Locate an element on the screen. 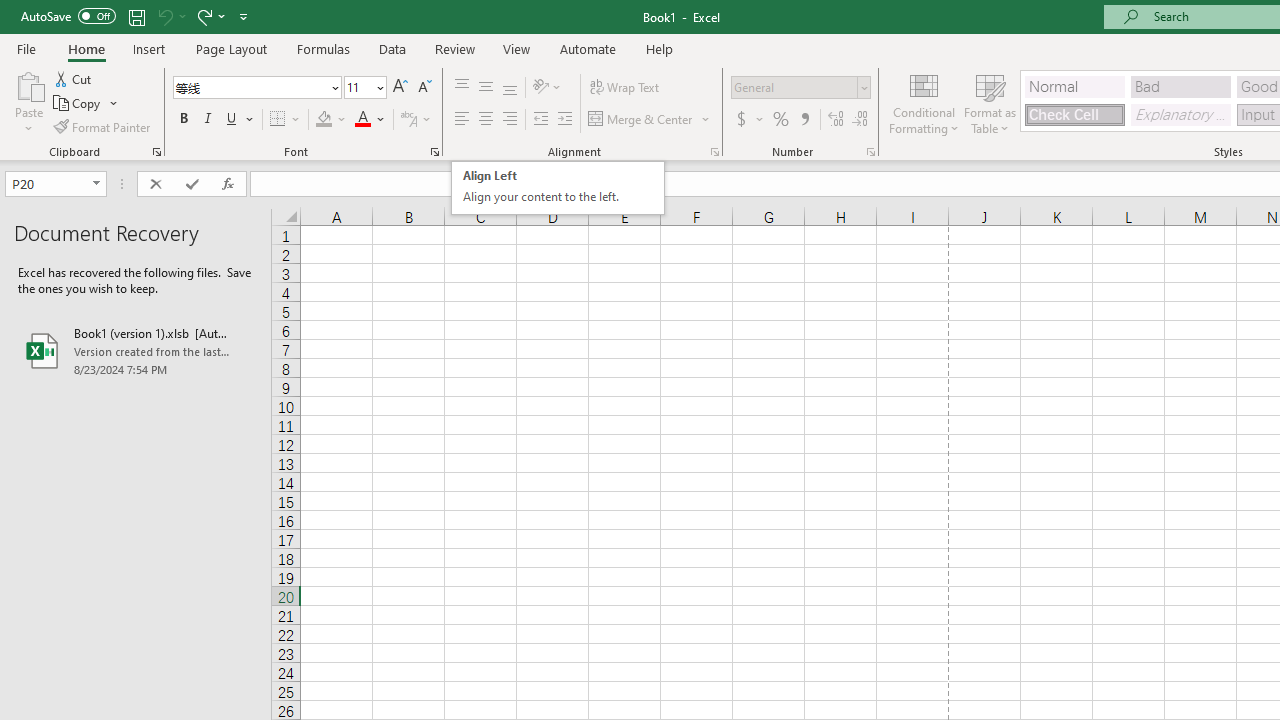 This screenshot has width=1280, height=720. 'Increase Decimal' is located at coordinates (836, 119).